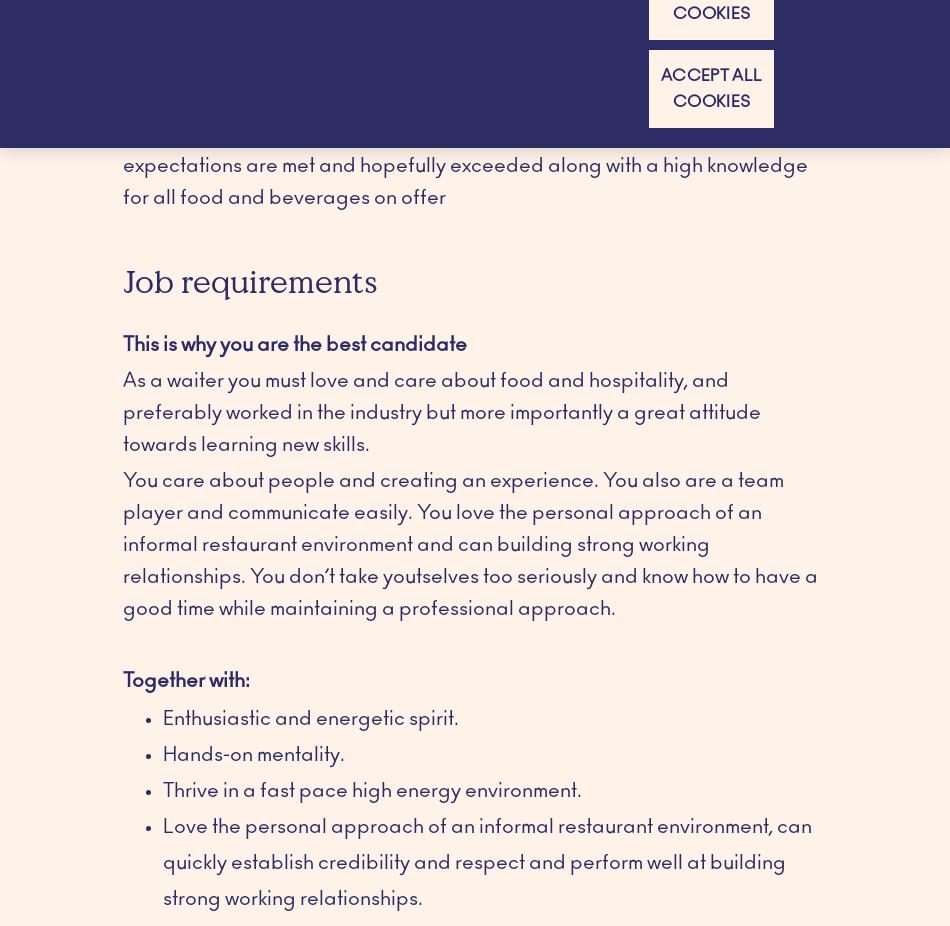 The width and height of the screenshot is (950, 926). What do you see at coordinates (293, 96) in the screenshot?
I see `'This is why your new job is challenging'` at bounding box center [293, 96].